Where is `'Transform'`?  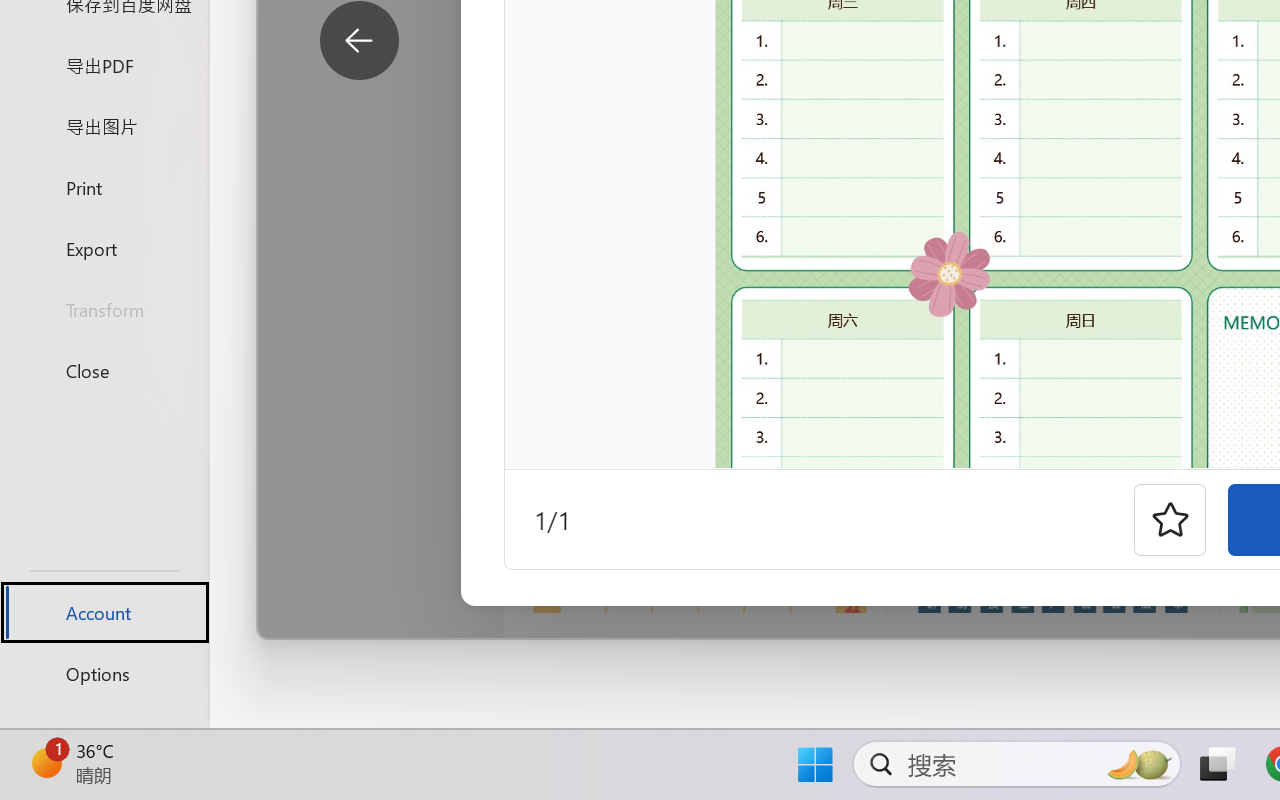
'Transform' is located at coordinates (103, 308).